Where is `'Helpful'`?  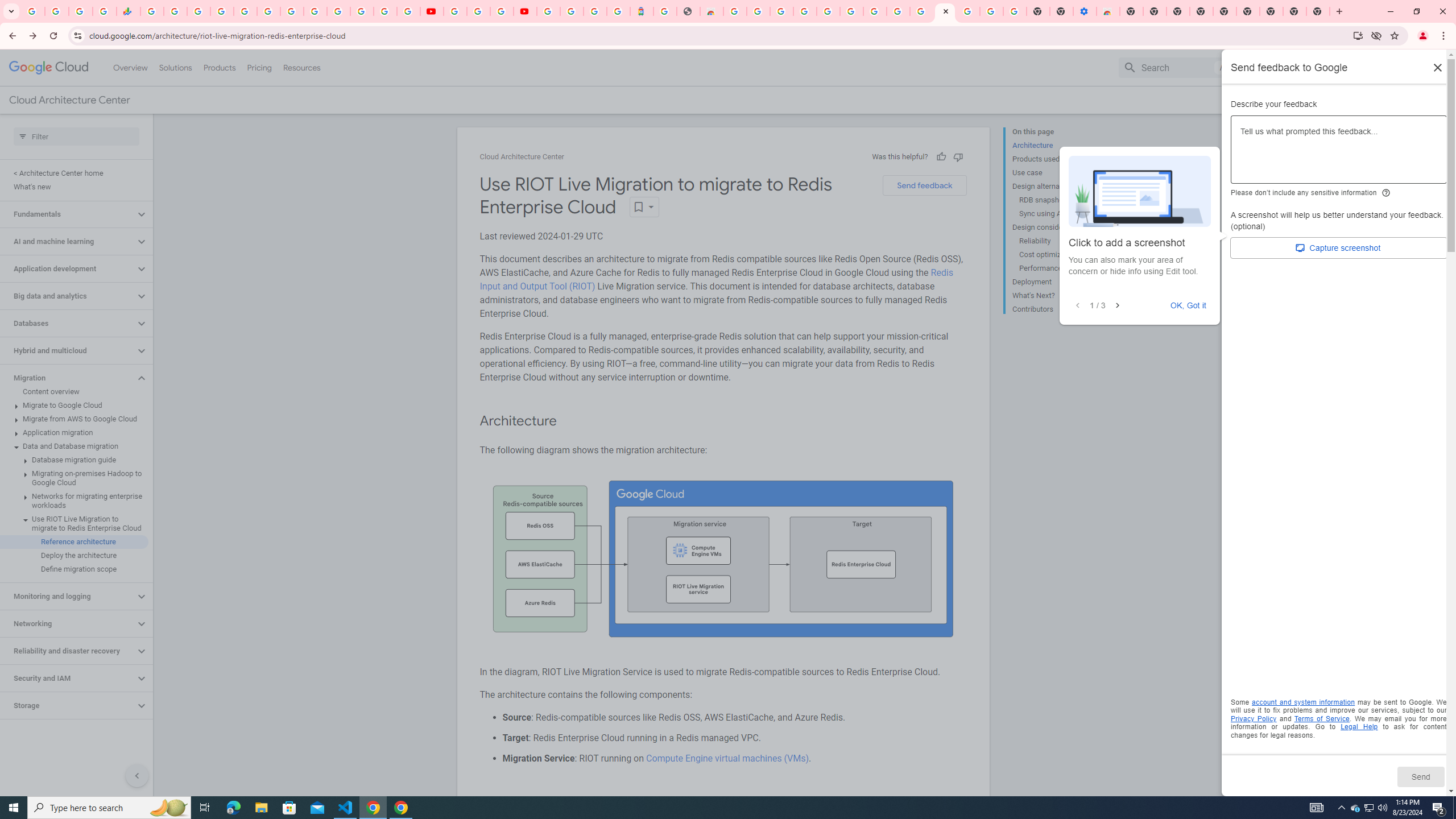
'Helpful' is located at coordinates (940, 156).